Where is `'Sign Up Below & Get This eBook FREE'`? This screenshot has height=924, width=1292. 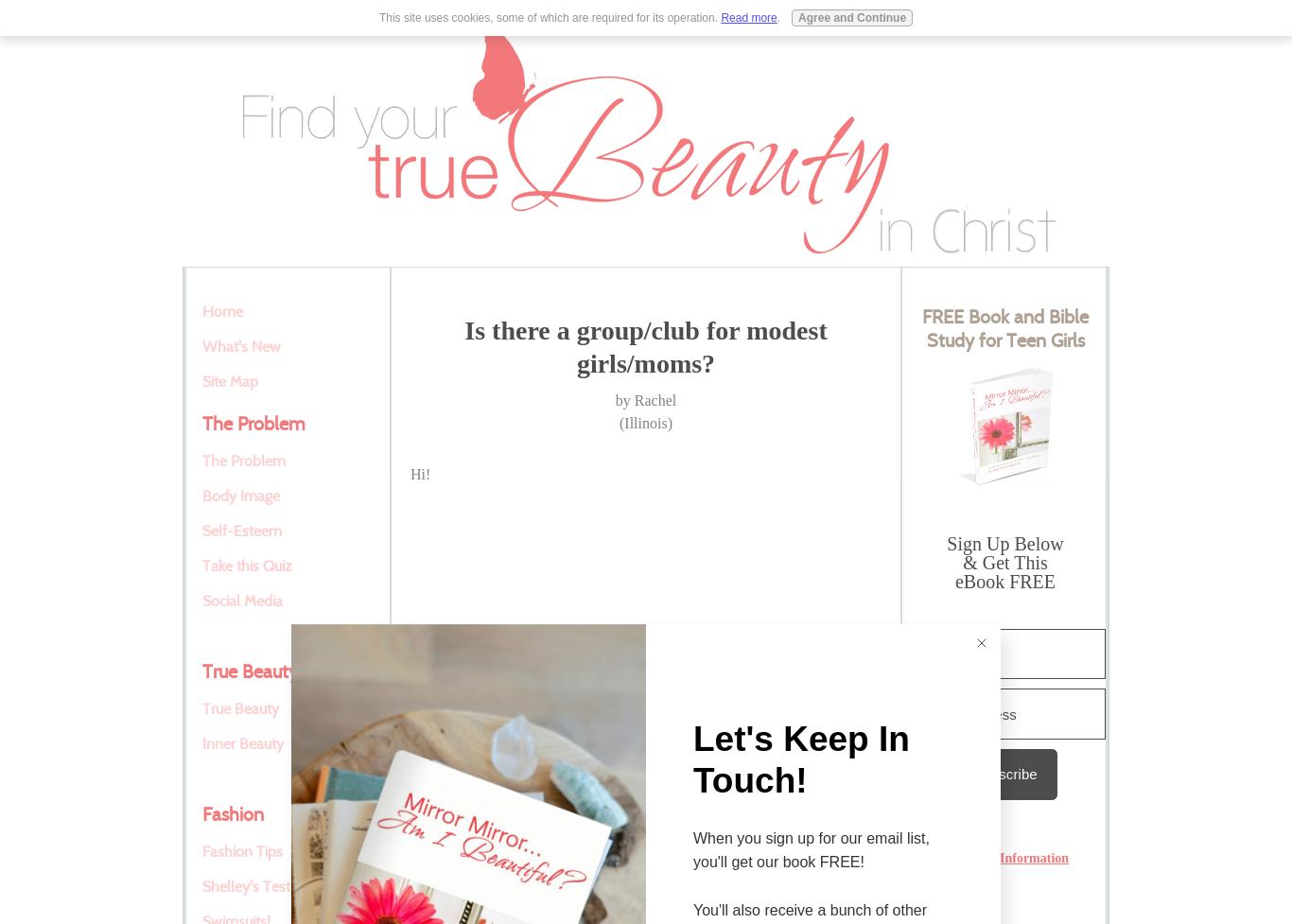
'Sign Up Below & Get This eBook FREE' is located at coordinates (1004, 561).